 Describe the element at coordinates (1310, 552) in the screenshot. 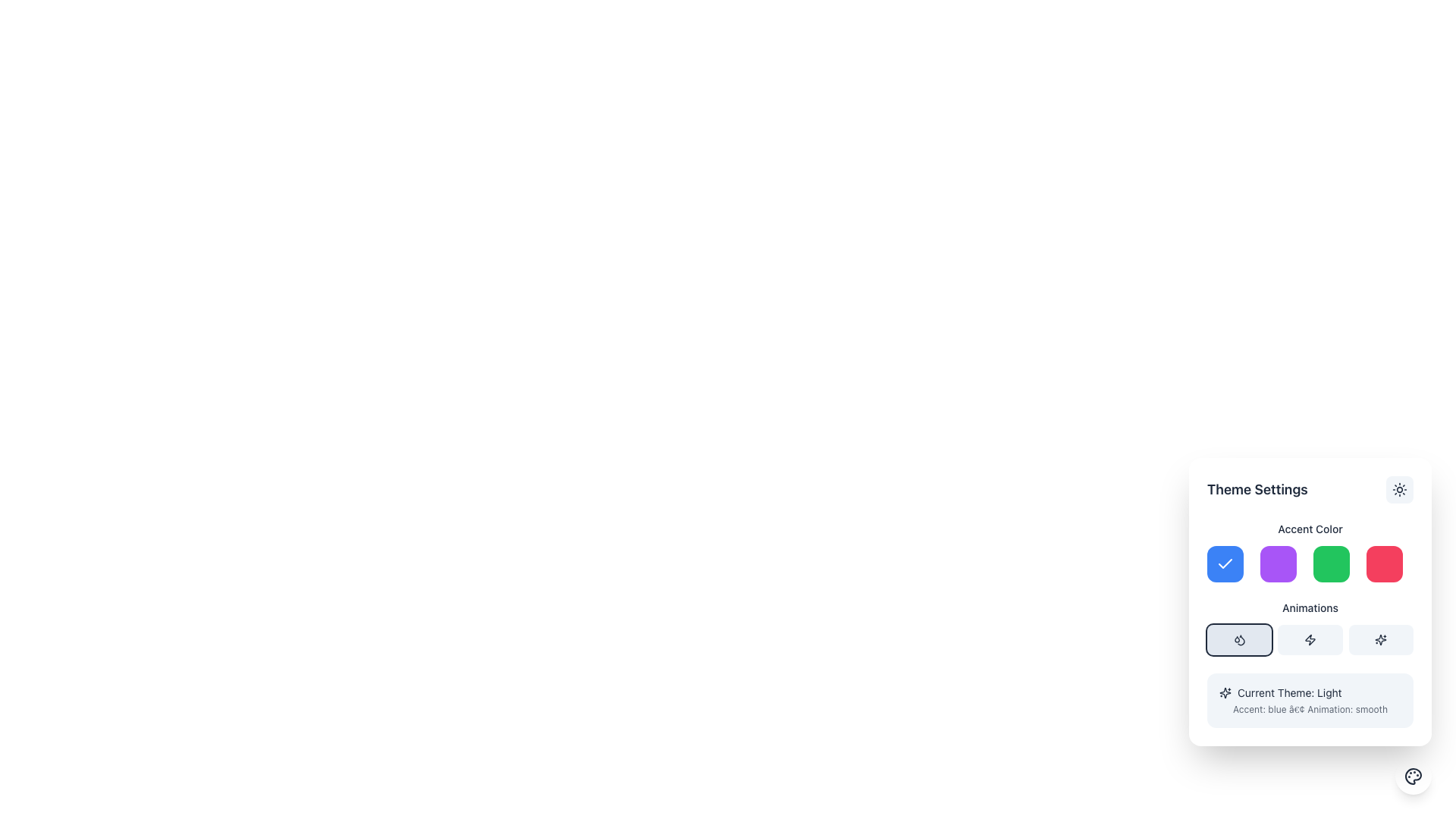

I see `a color option in the 'Accent Color' section of the Theme Settings panel` at that location.